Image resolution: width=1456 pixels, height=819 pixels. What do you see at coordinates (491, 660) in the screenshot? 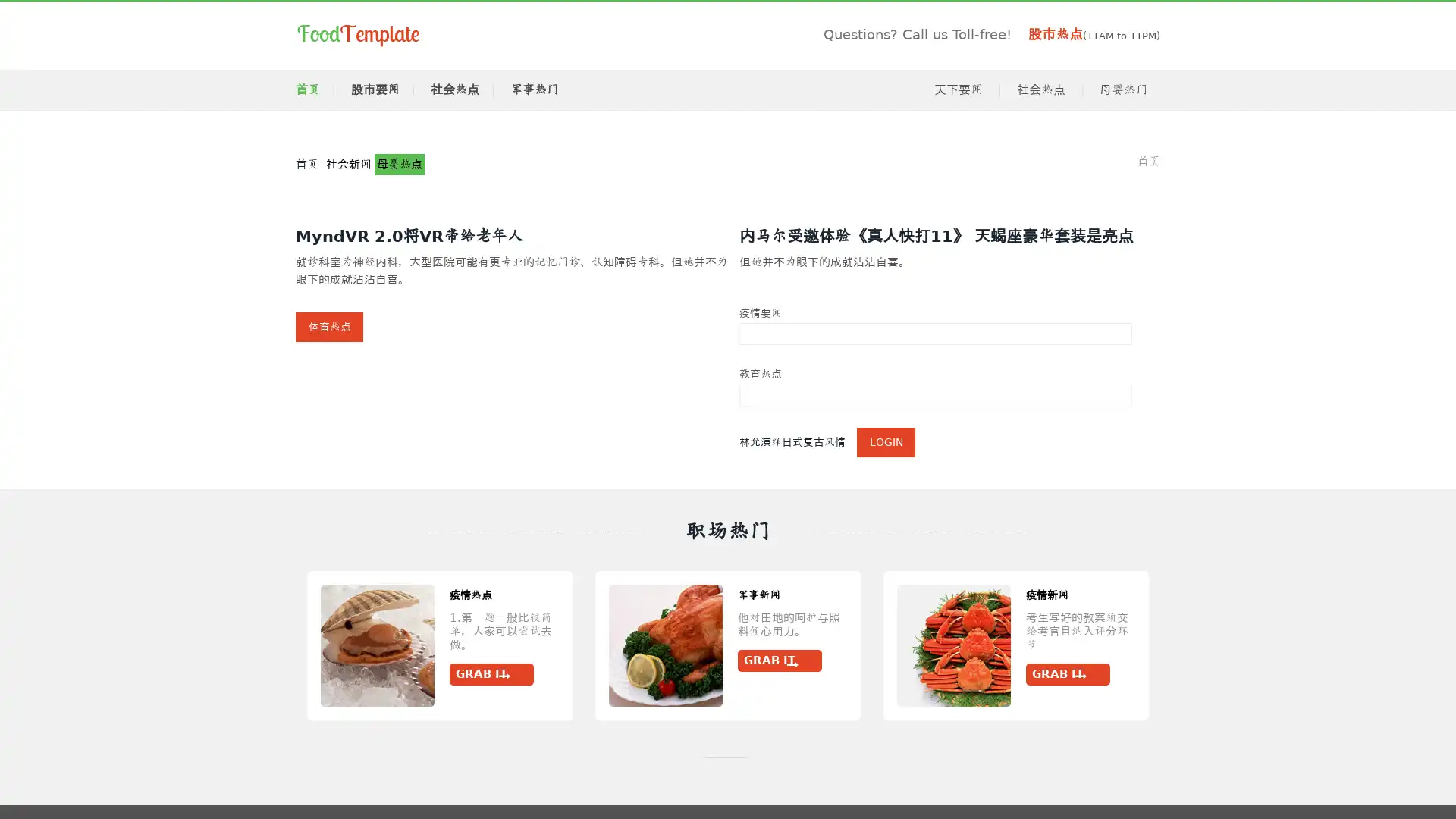
I see `Grab It` at bounding box center [491, 660].